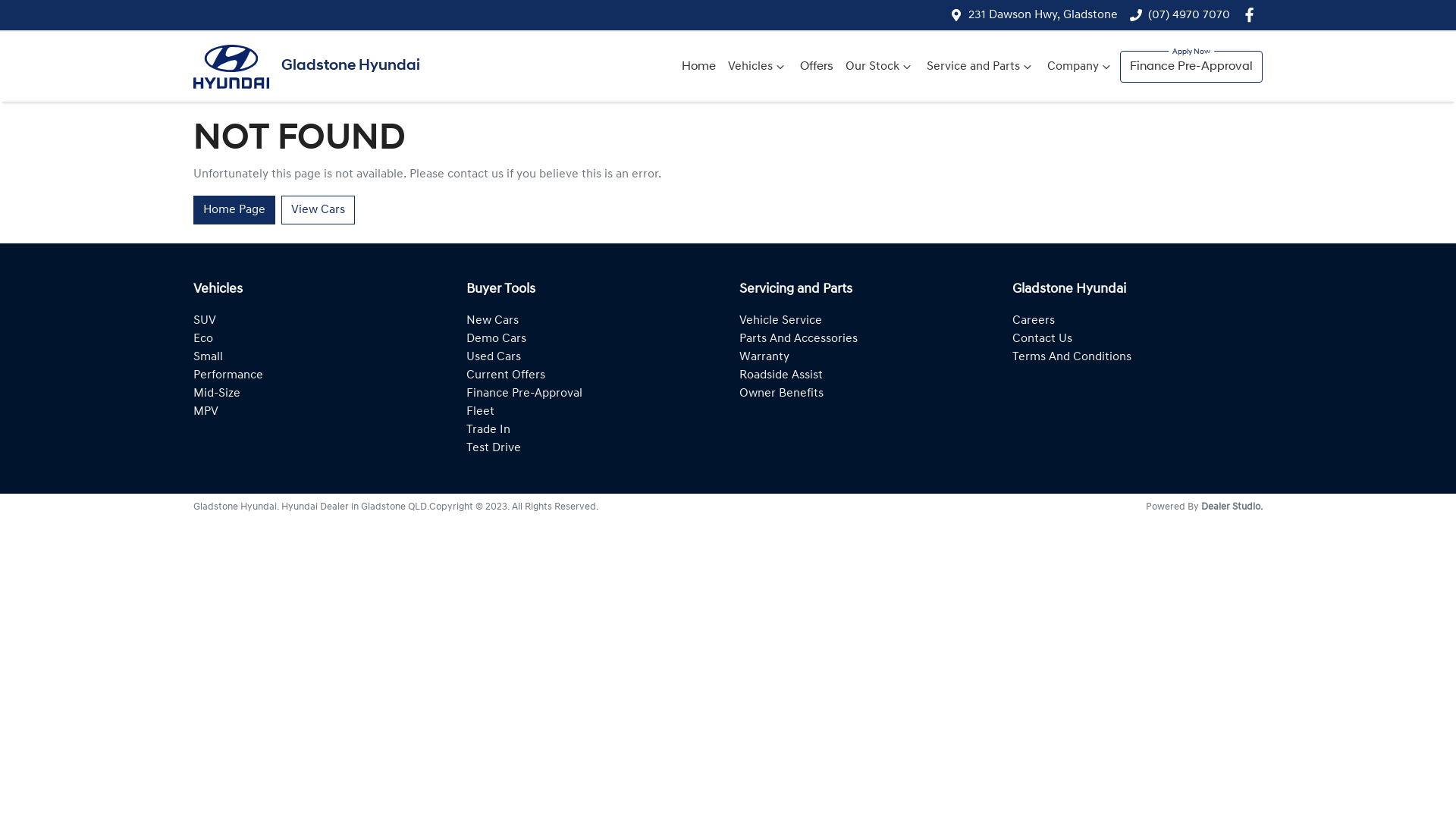 The height and width of the screenshot is (819, 1456). Describe the element at coordinates (465, 320) in the screenshot. I see `'New Cars'` at that location.